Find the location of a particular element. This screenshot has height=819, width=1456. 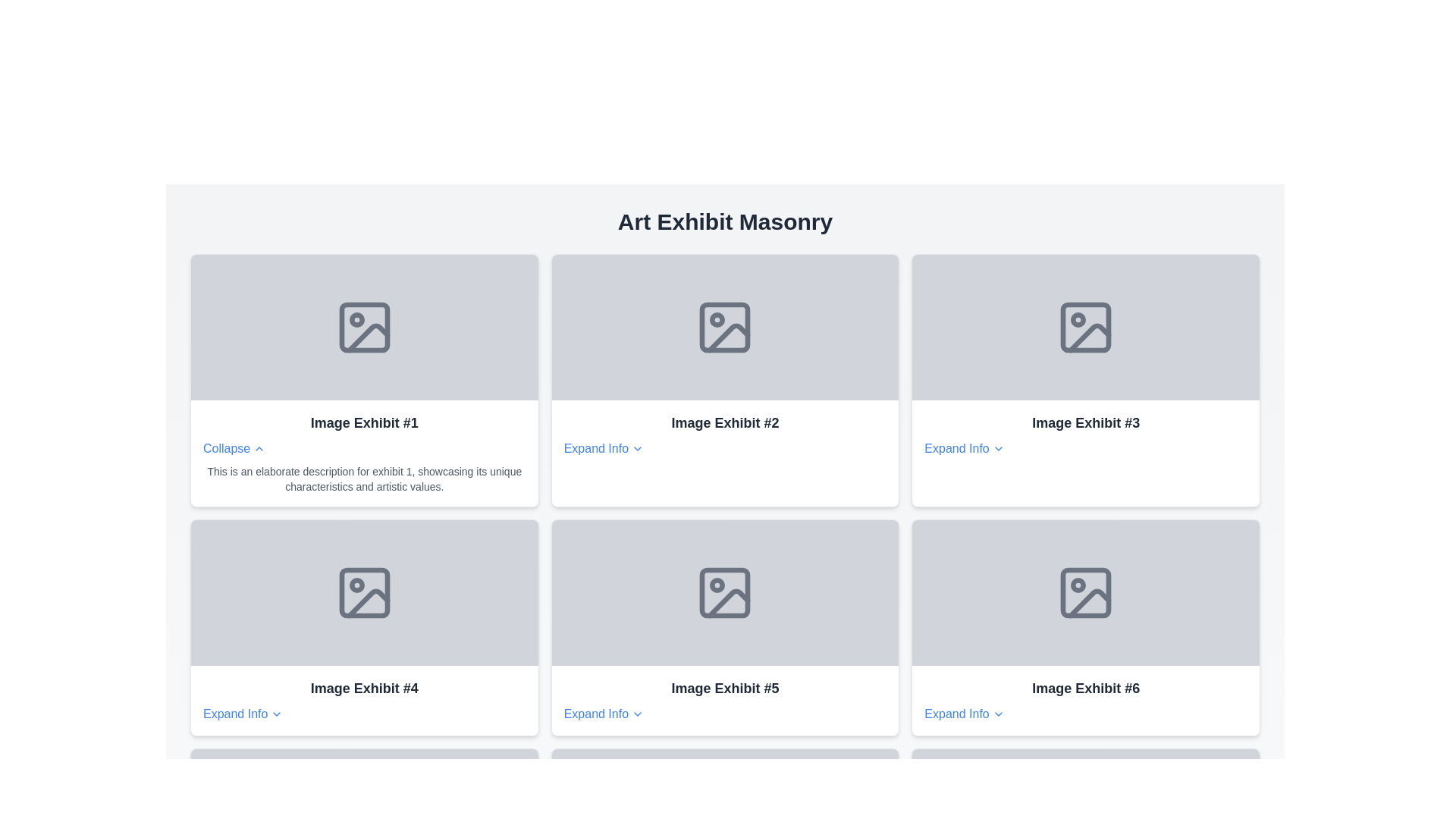

the composite UI element containing a heading text and a hyperlink is located at coordinates (724, 435).